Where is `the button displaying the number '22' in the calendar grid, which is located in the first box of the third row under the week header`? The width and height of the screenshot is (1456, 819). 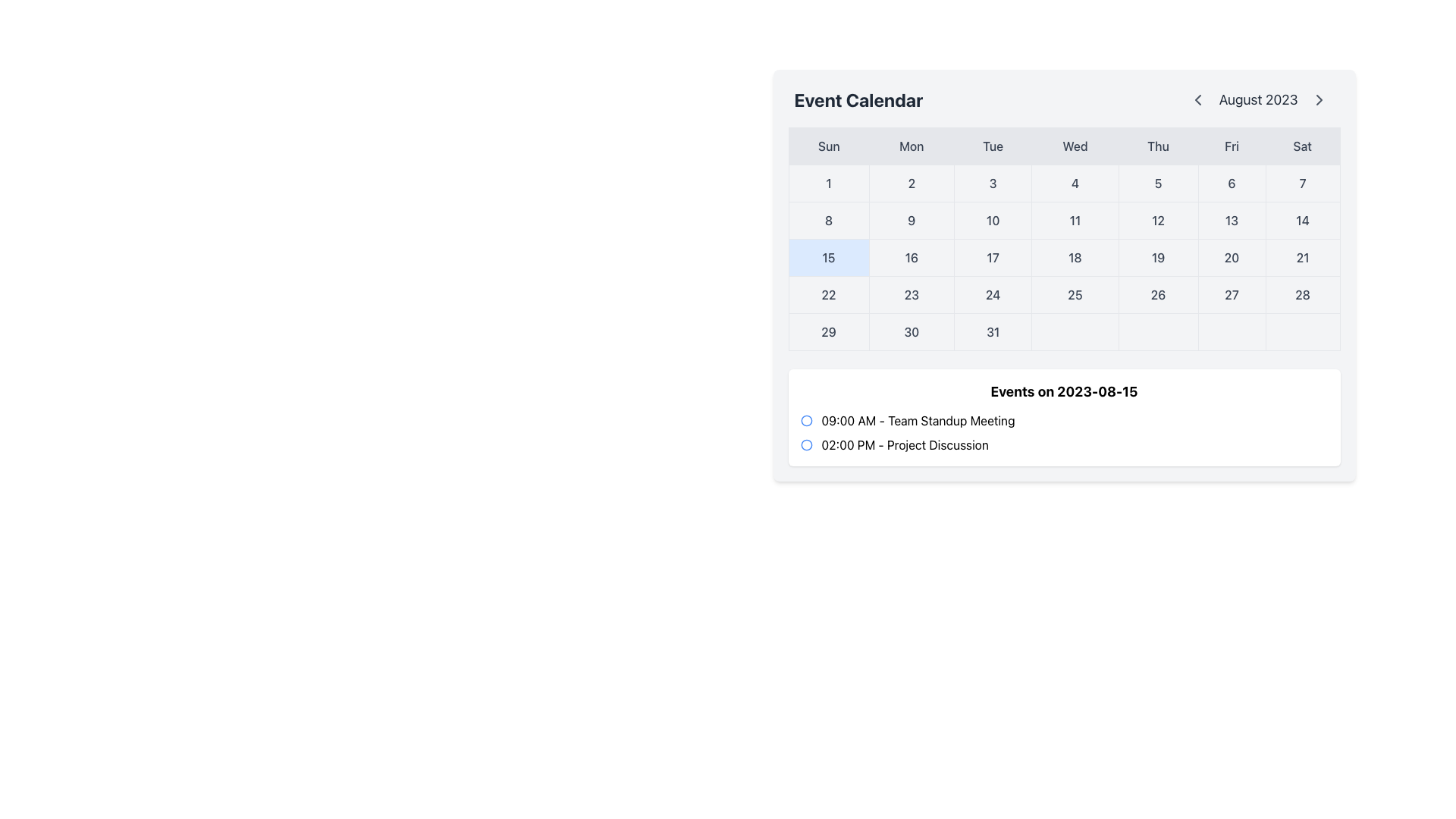 the button displaying the number '22' in the calendar grid, which is located in the first box of the third row under the week header is located at coordinates (828, 295).